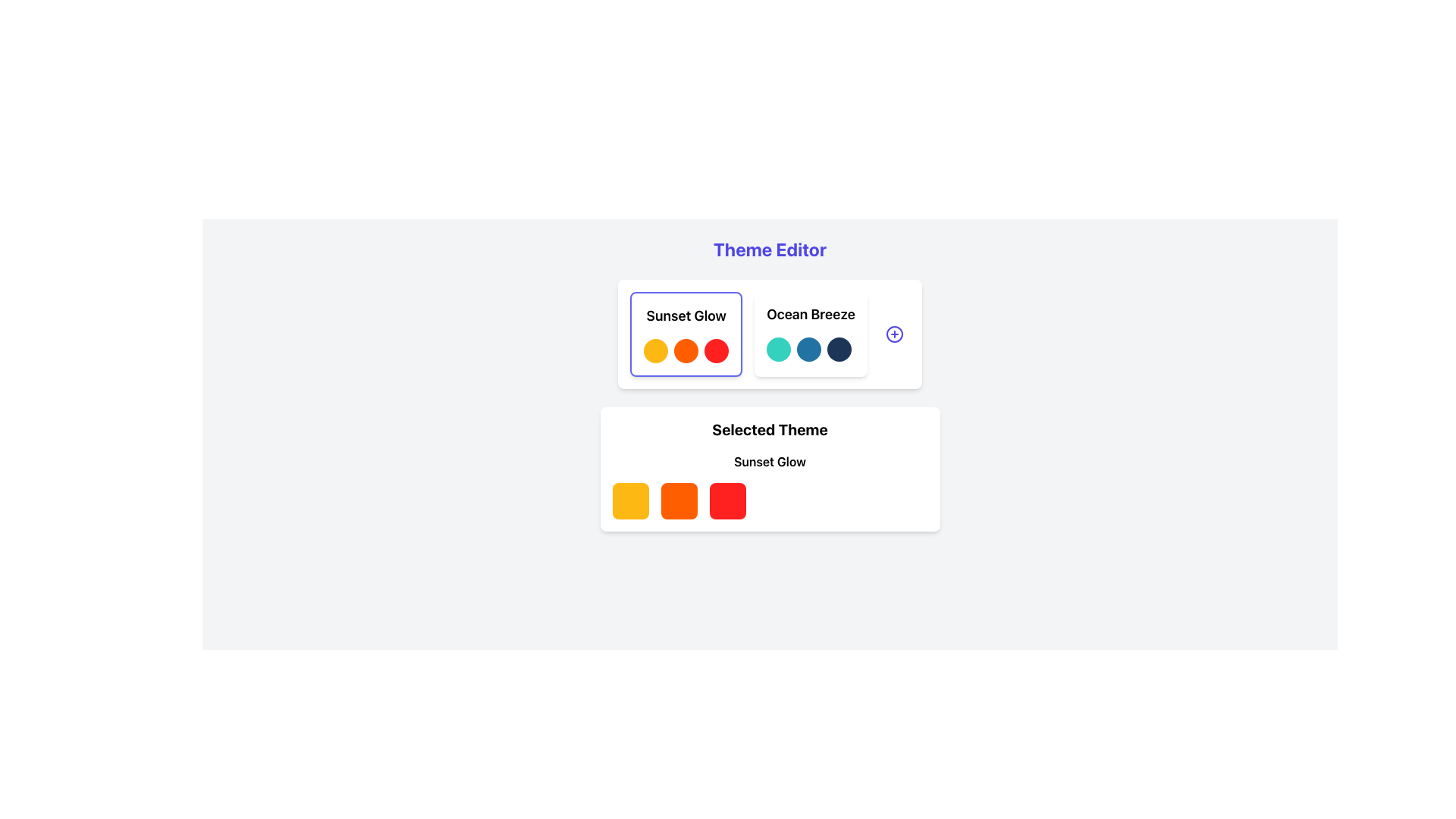 This screenshot has height=819, width=1456. Describe the element at coordinates (686, 333) in the screenshot. I see `the selectable item labeled 'Sunset Glow' in the 'Theme Editor' panel` at that location.